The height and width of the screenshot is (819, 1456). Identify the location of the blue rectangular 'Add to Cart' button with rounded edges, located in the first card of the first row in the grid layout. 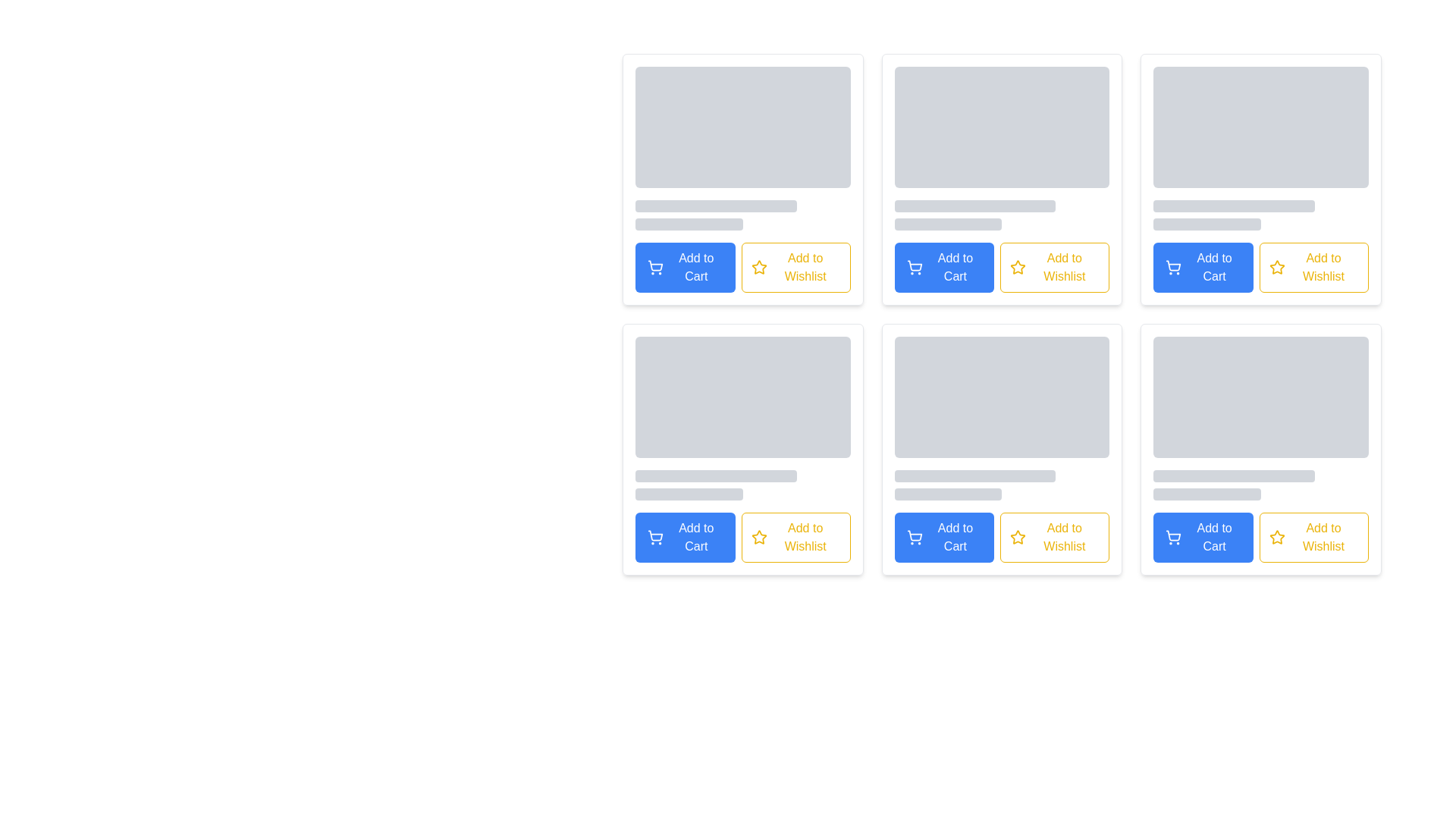
(684, 267).